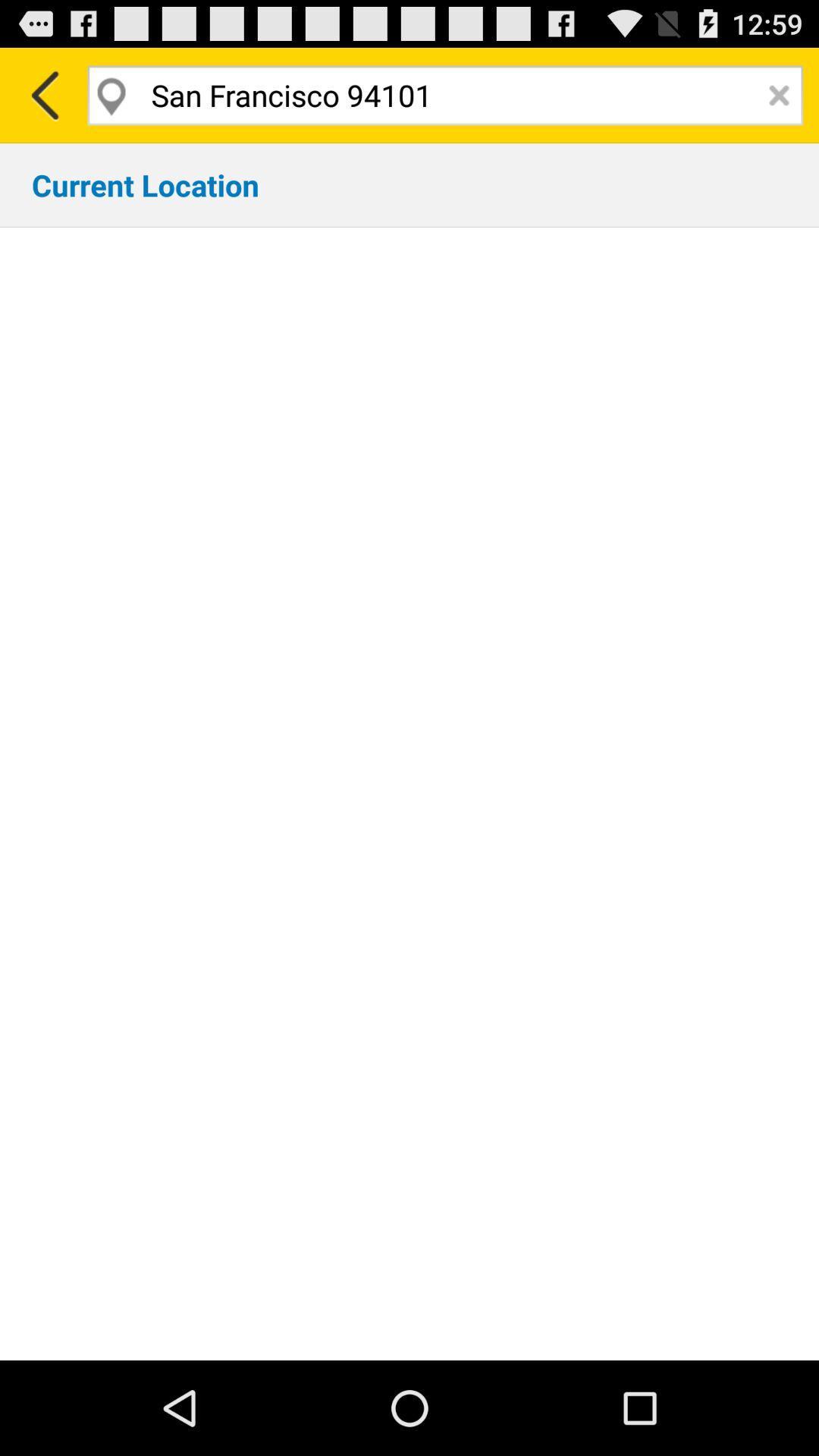  Describe the element at coordinates (779, 94) in the screenshot. I see `the window` at that location.